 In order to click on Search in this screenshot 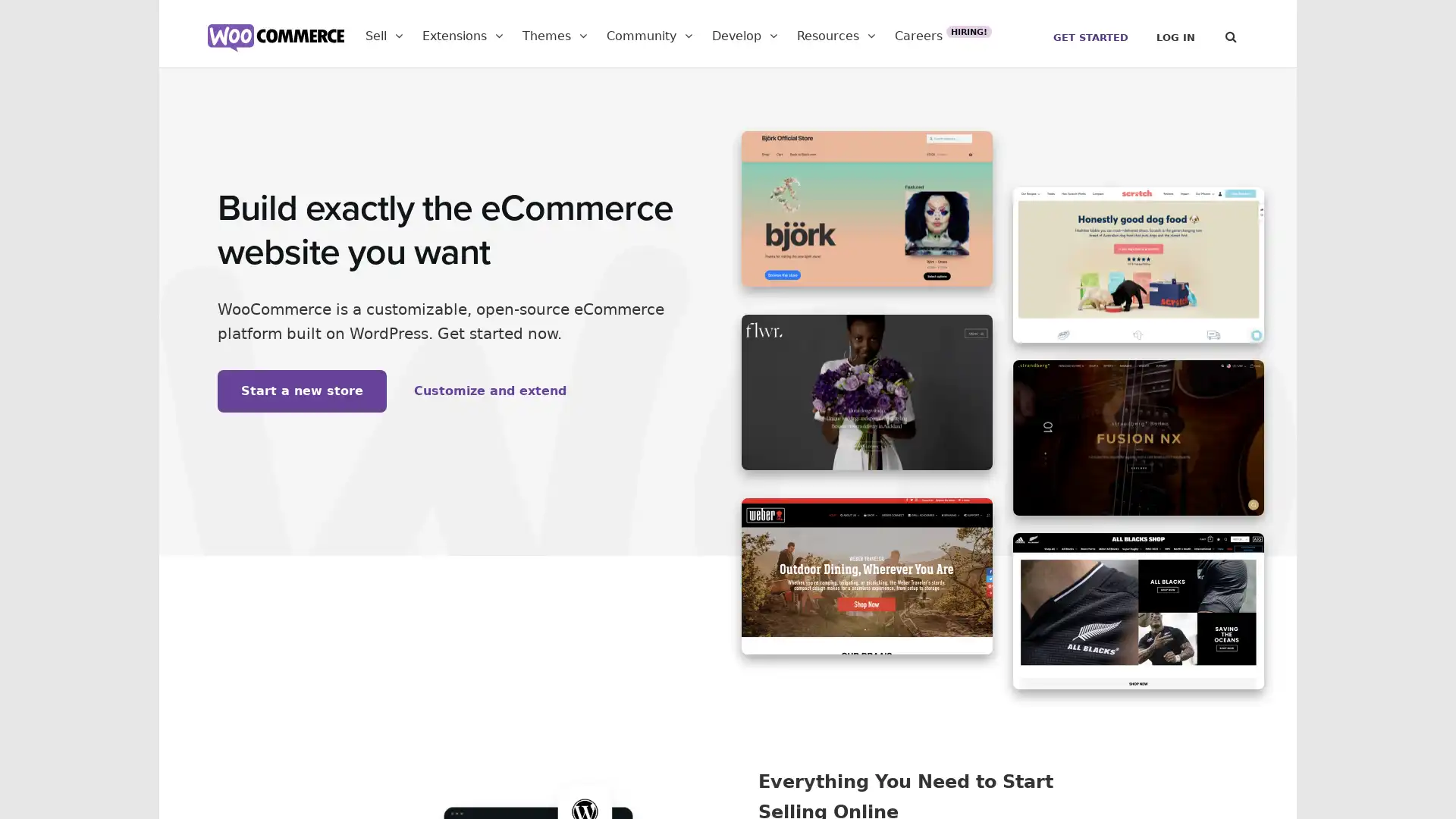, I will do `click(1231, 36)`.